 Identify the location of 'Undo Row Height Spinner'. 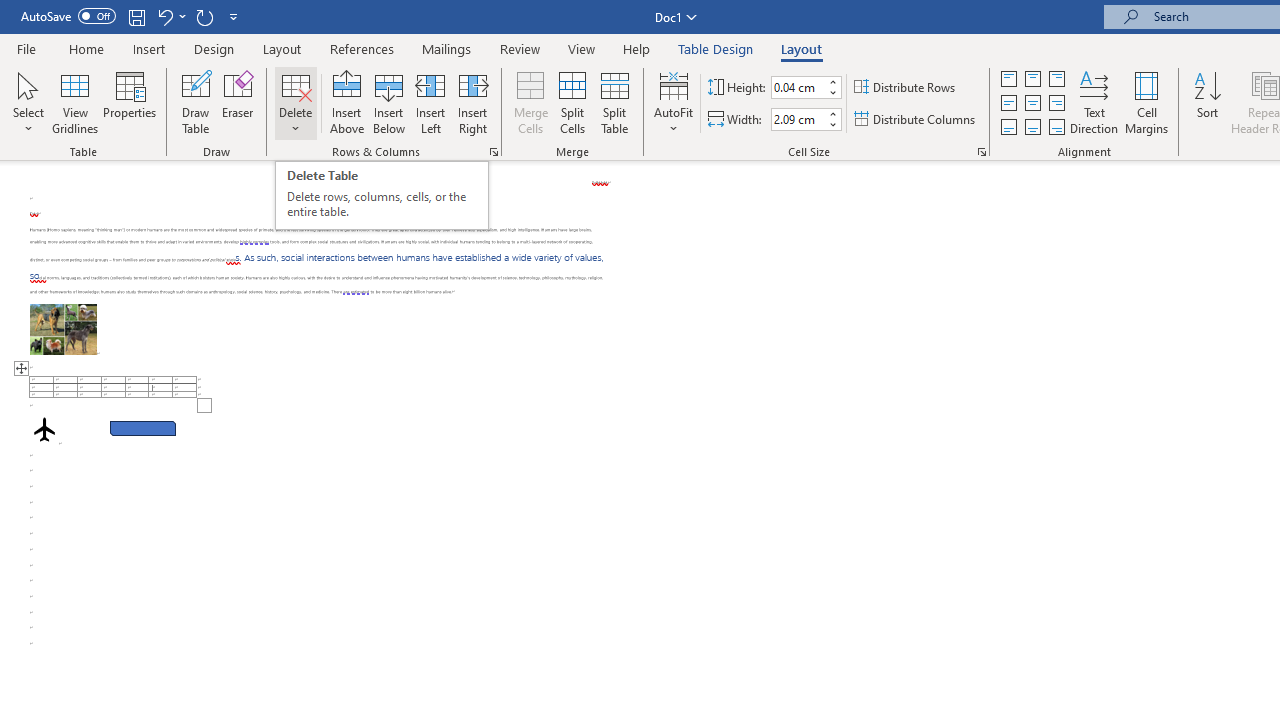
(164, 16).